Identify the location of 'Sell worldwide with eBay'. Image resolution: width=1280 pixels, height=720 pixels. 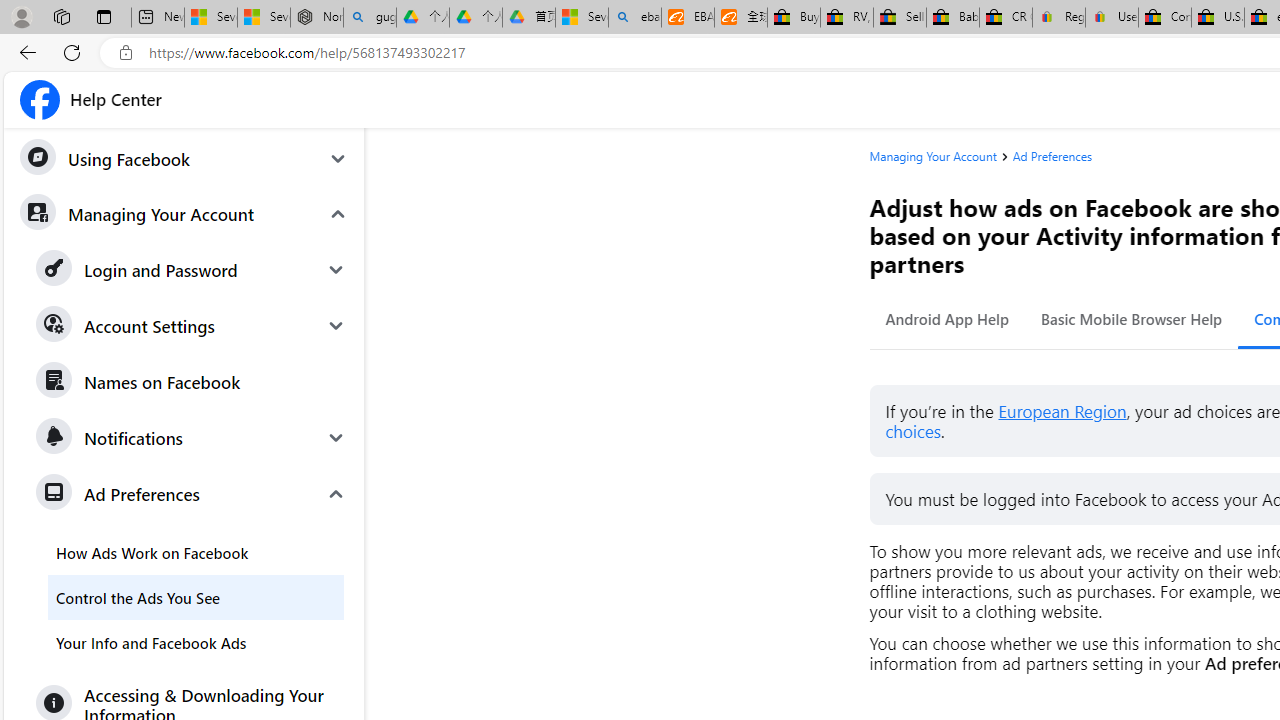
(898, 17).